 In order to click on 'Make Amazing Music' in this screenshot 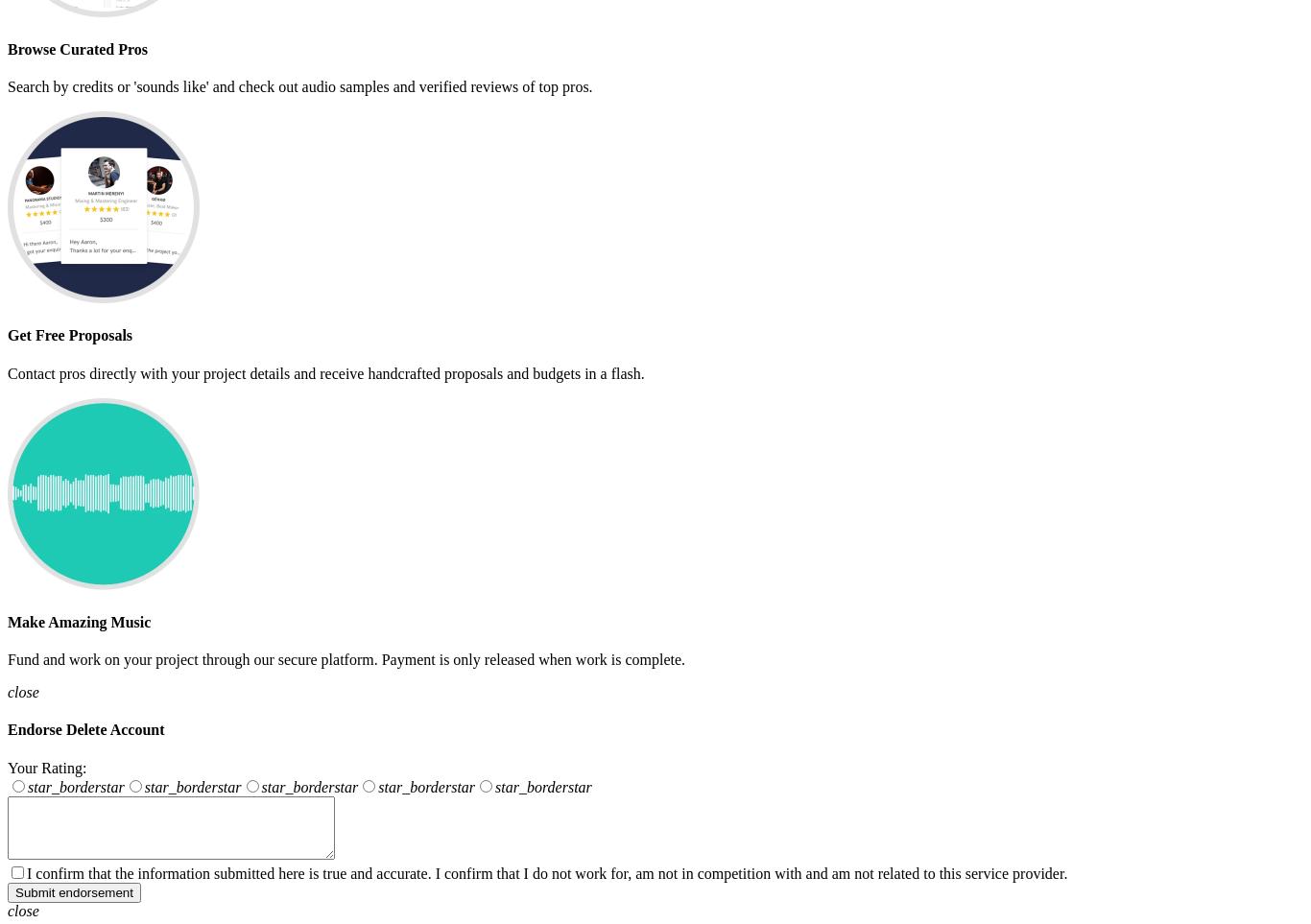, I will do `click(8, 620)`.